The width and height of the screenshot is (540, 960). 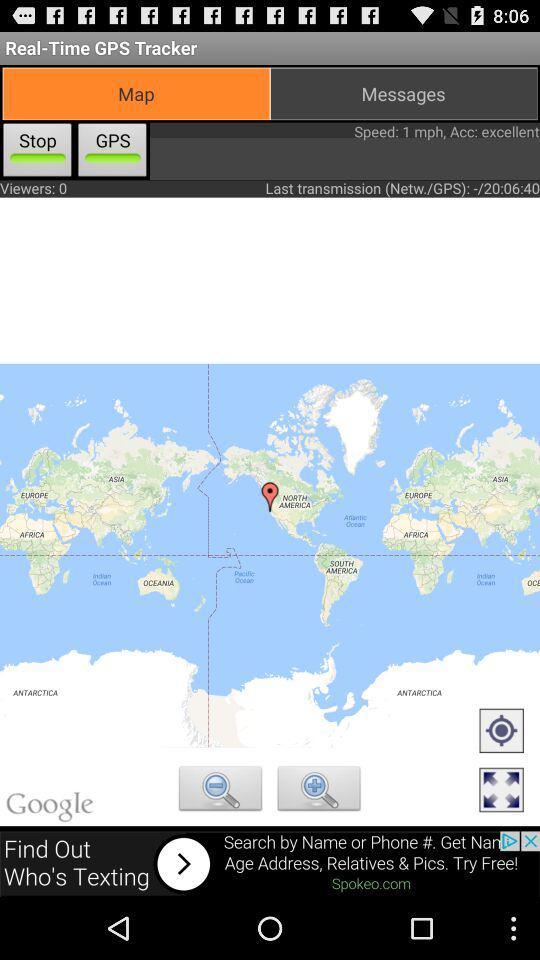 I want to click on the advertisement, so click(x=270, y=863).